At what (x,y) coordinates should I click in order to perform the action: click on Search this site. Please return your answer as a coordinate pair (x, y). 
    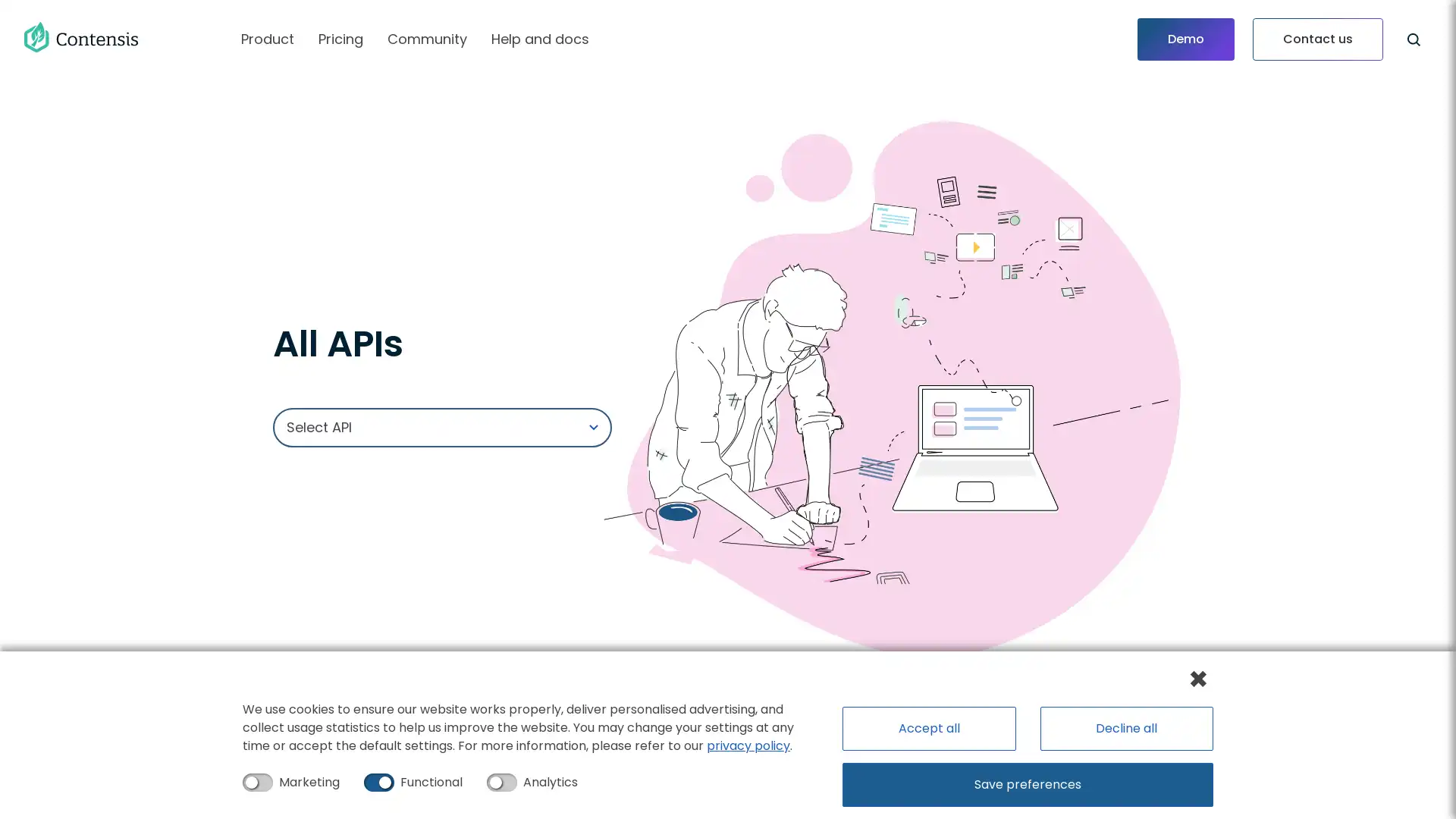
    Looking at the image, I should click on (1412, 38).